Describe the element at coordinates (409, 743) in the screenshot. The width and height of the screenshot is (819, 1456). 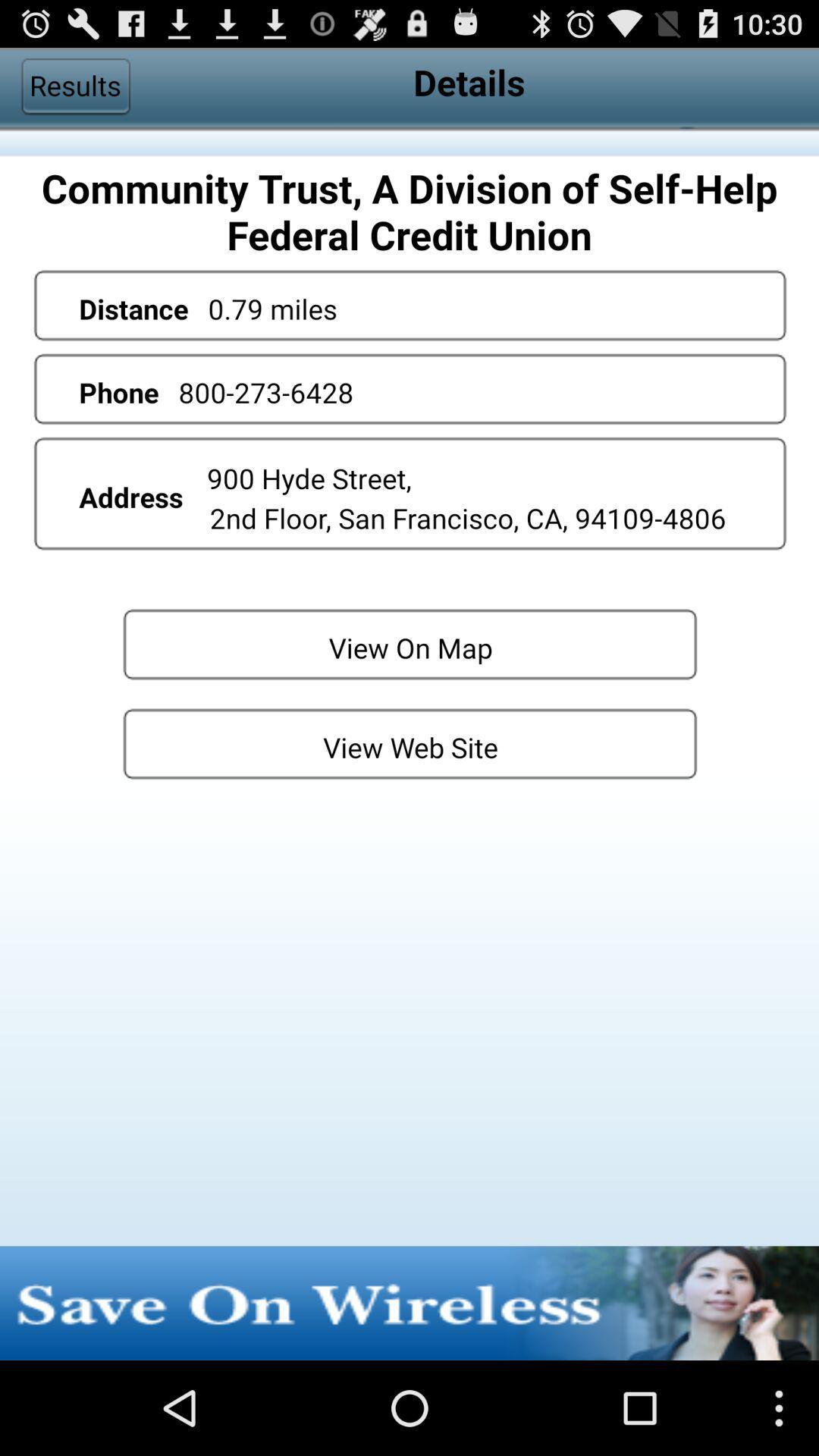
I see `the view web site` at that location.